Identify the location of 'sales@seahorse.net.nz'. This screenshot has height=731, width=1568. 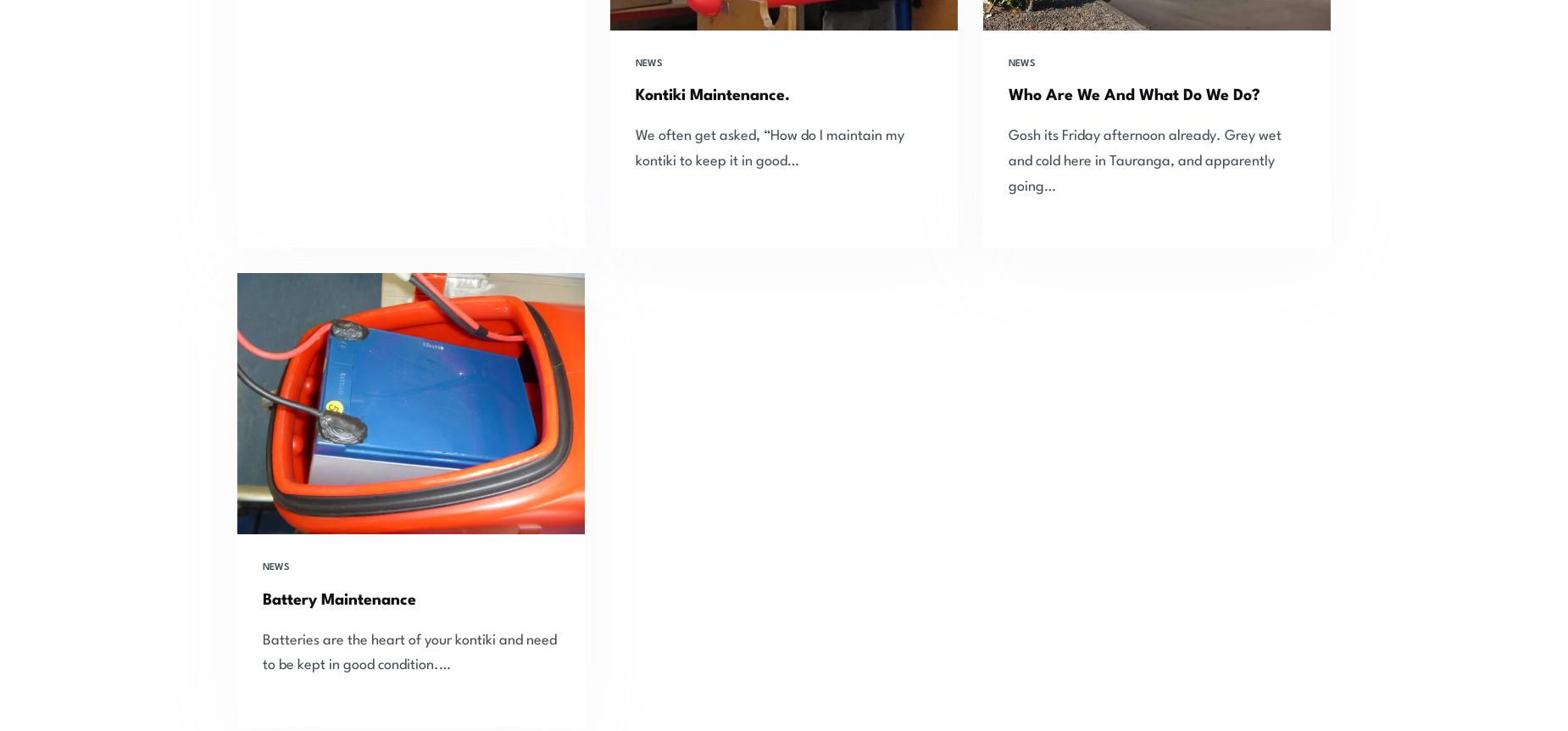
(1252, 718).